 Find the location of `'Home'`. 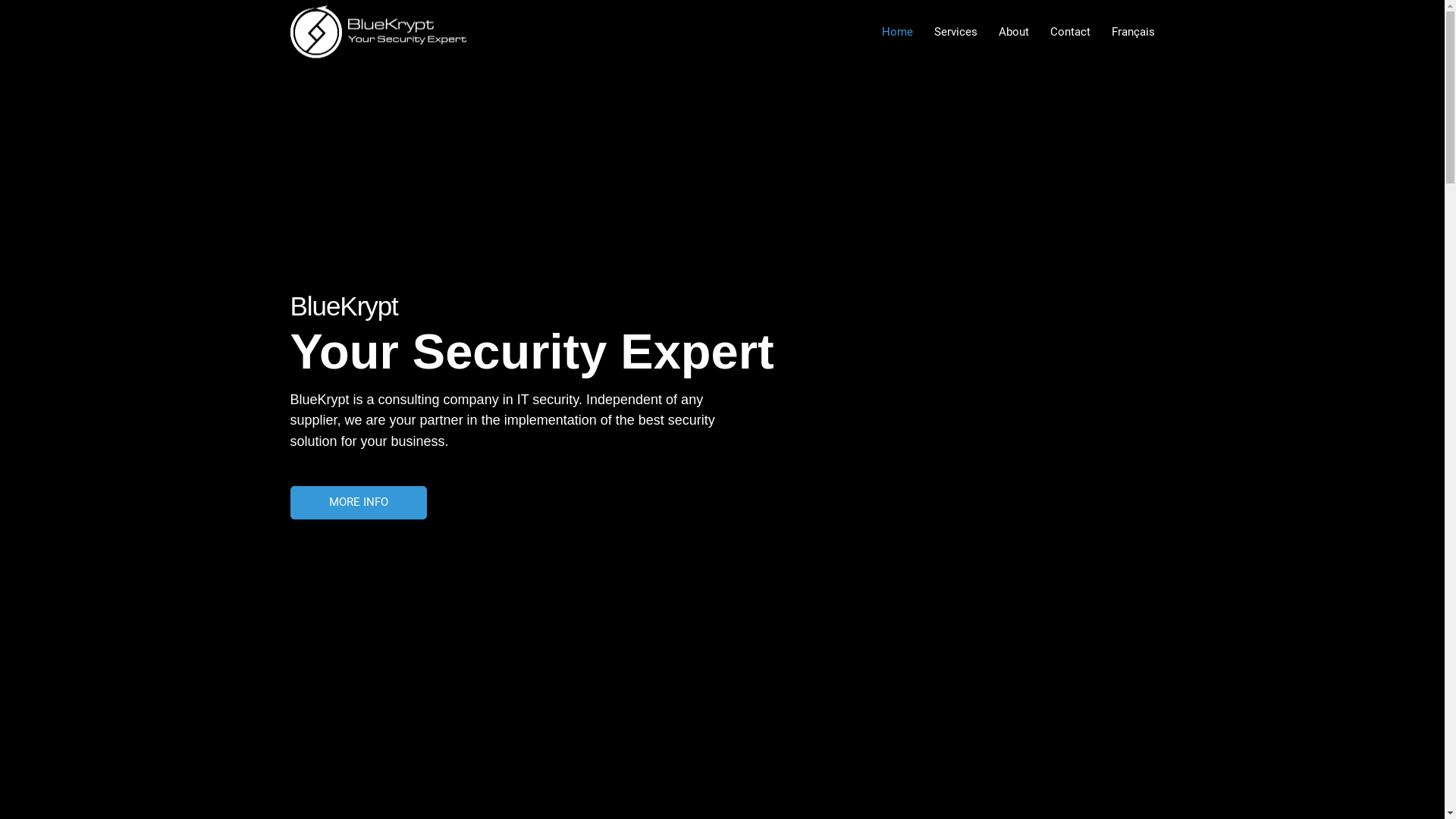

'Home' is located at coordinates (896, 32).